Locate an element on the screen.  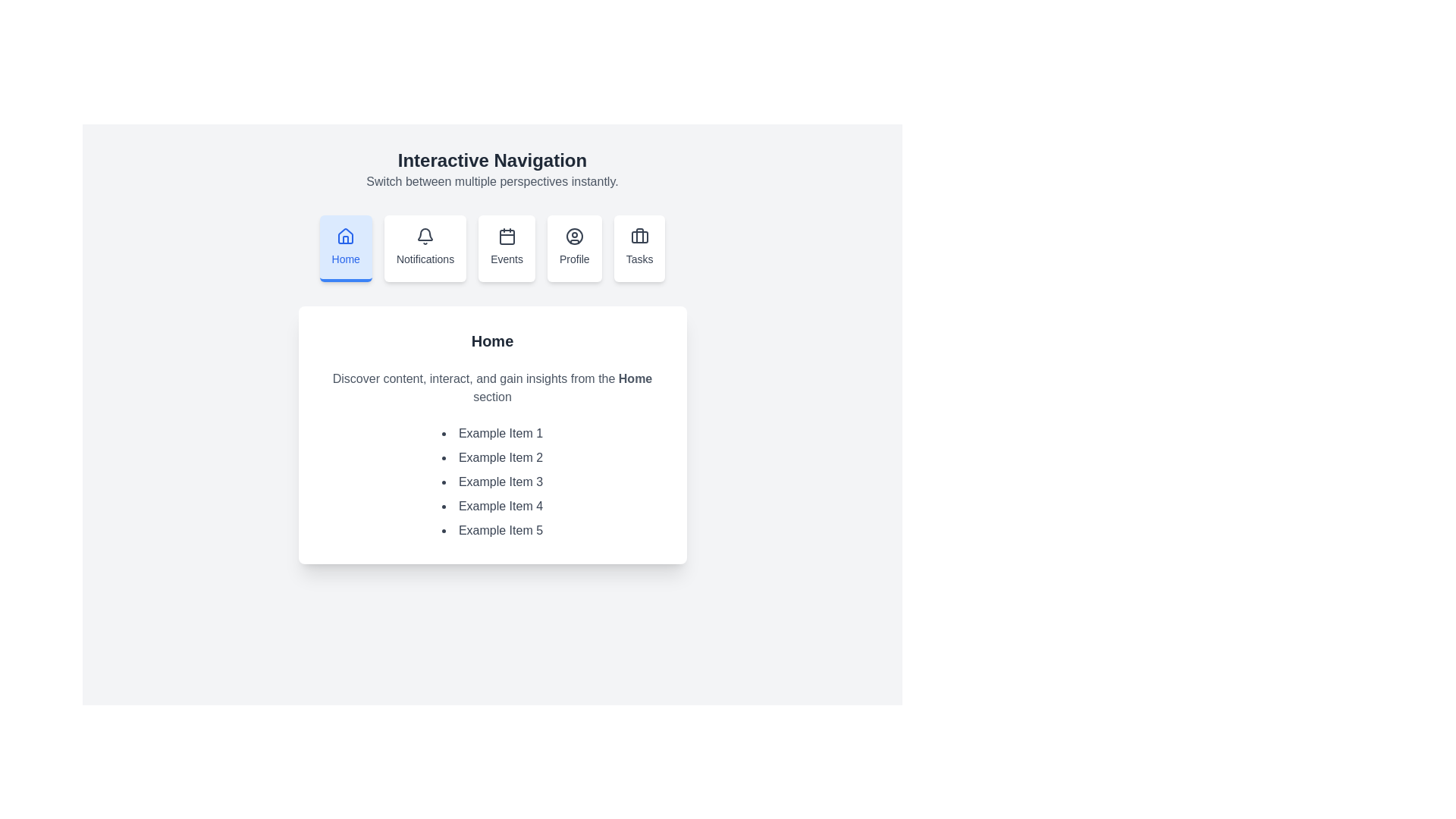
the text label 'Example Item 5' which is styled in gray font as the fifth item in a bulleted list located in a white card at the center of the interface is located at coordinates (492, 529).